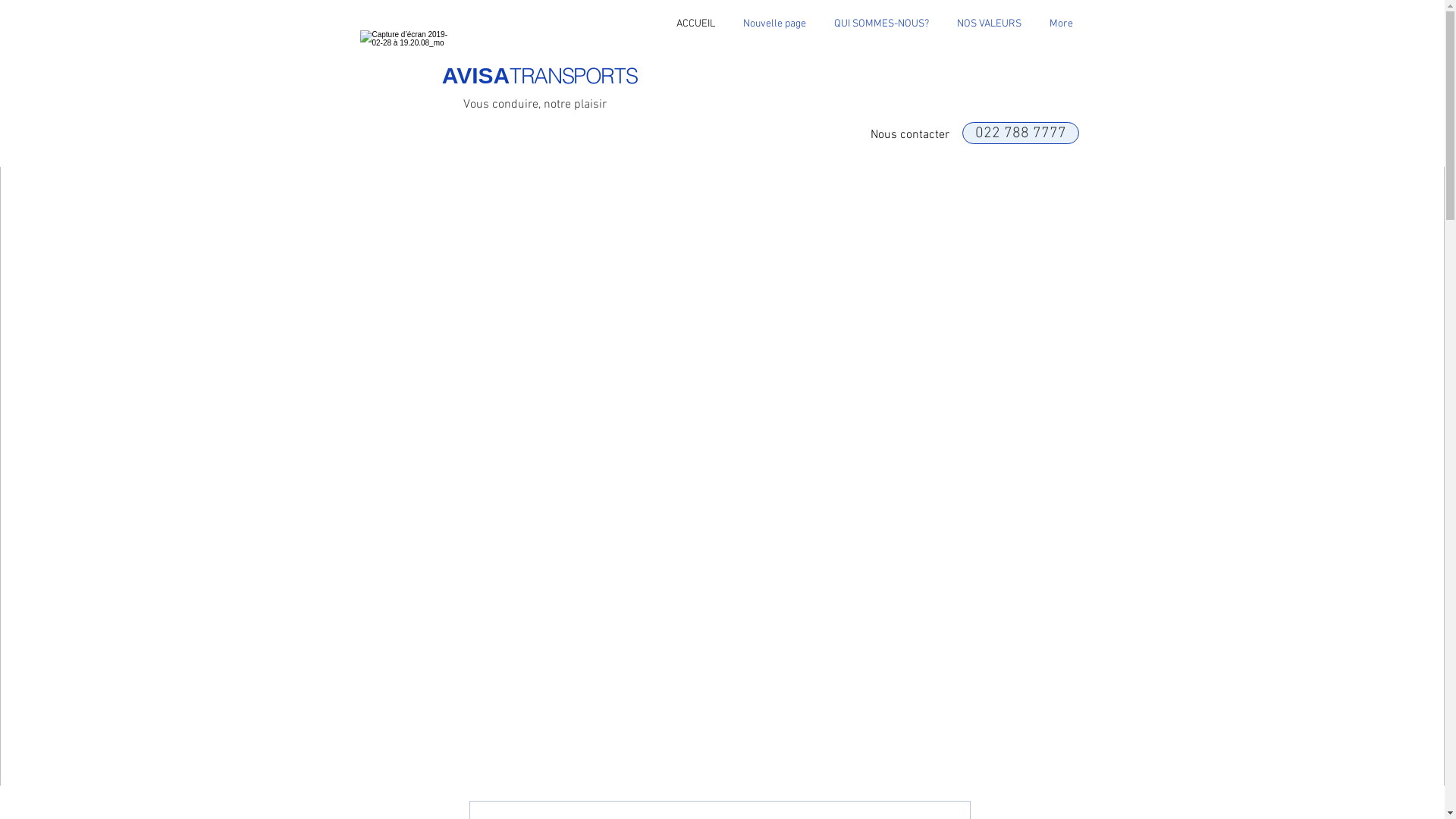  Describe the element at coordinates (775, 24) in the screenshot. I see `'Nouvelle page'` at that location.